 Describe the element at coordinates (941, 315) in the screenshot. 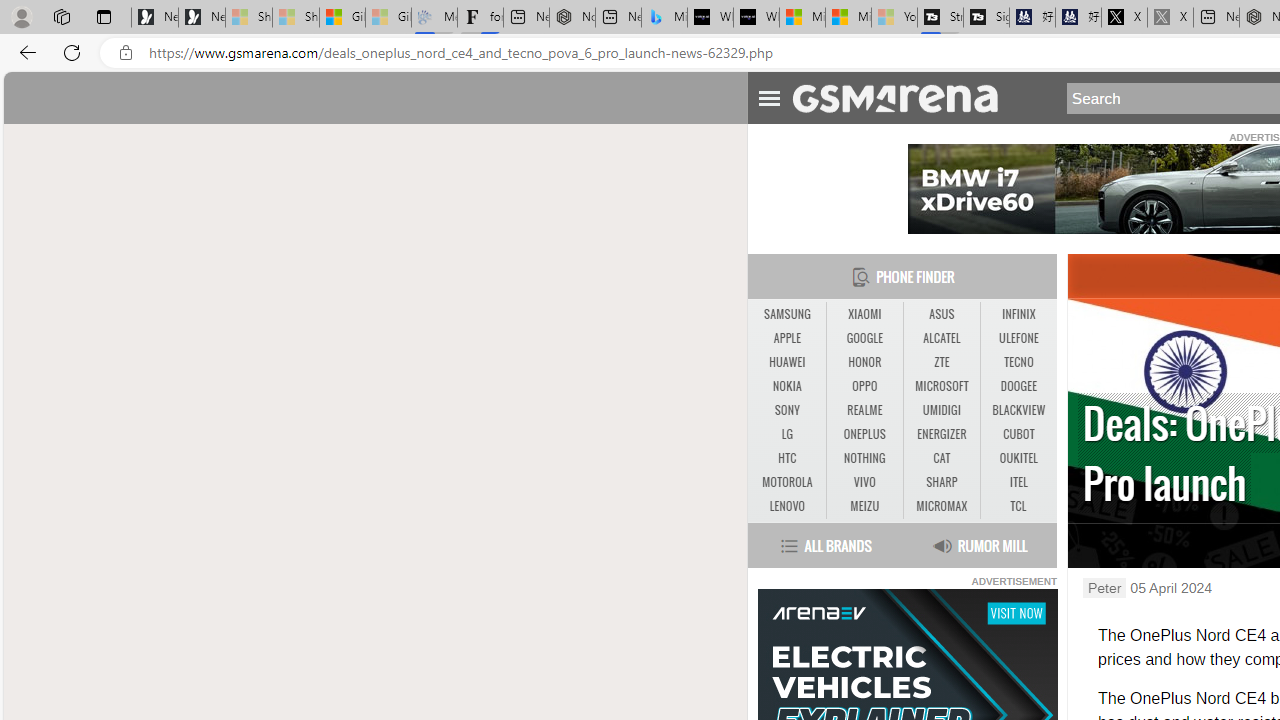

I see `'ASUS'` at that location.